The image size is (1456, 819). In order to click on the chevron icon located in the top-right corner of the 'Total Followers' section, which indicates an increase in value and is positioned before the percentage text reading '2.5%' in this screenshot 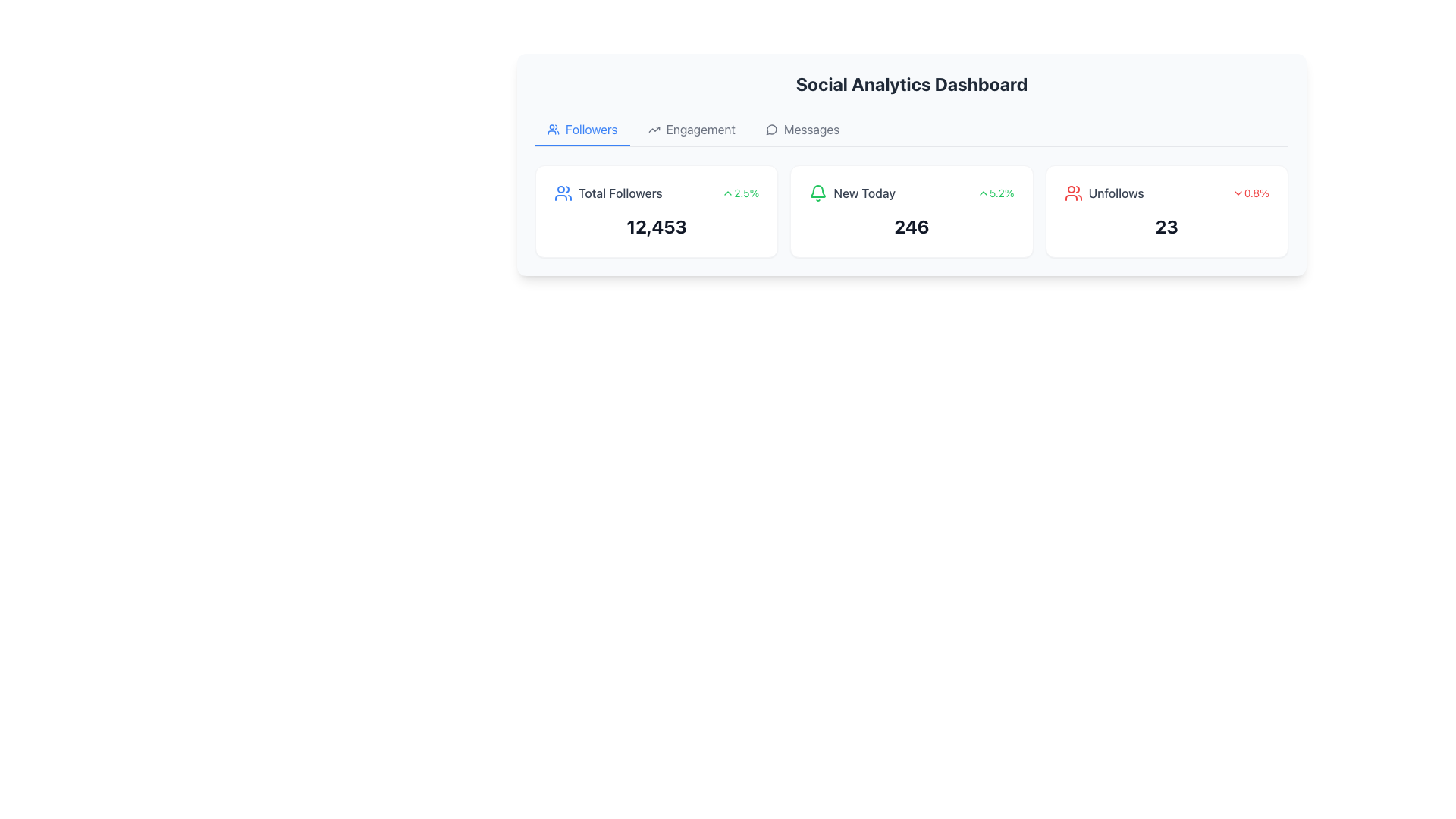, I will do `click(728, 192)`.